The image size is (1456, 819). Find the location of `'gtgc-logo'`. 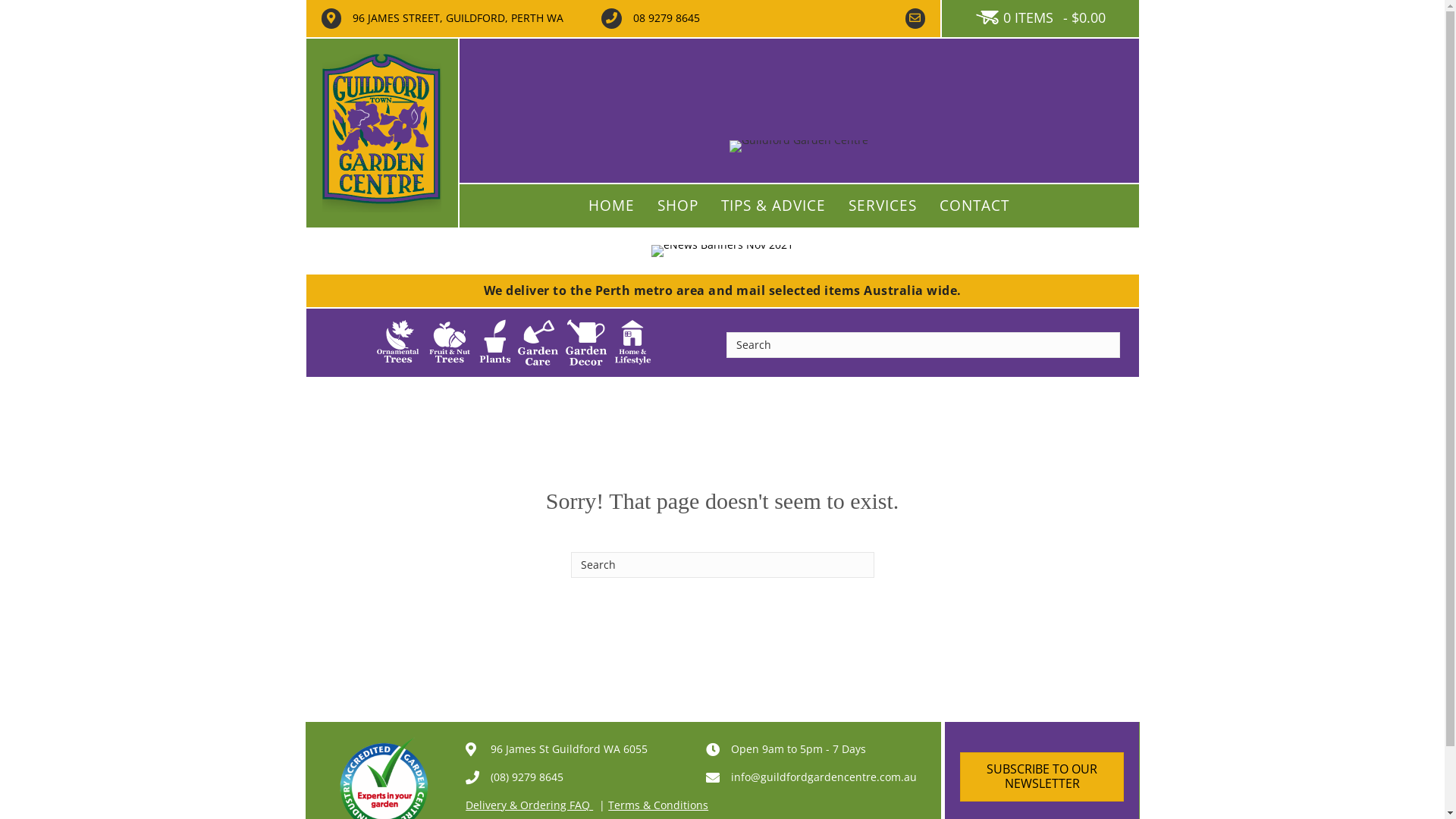

'gtgc-logo' is located at coordinates (381, 132).